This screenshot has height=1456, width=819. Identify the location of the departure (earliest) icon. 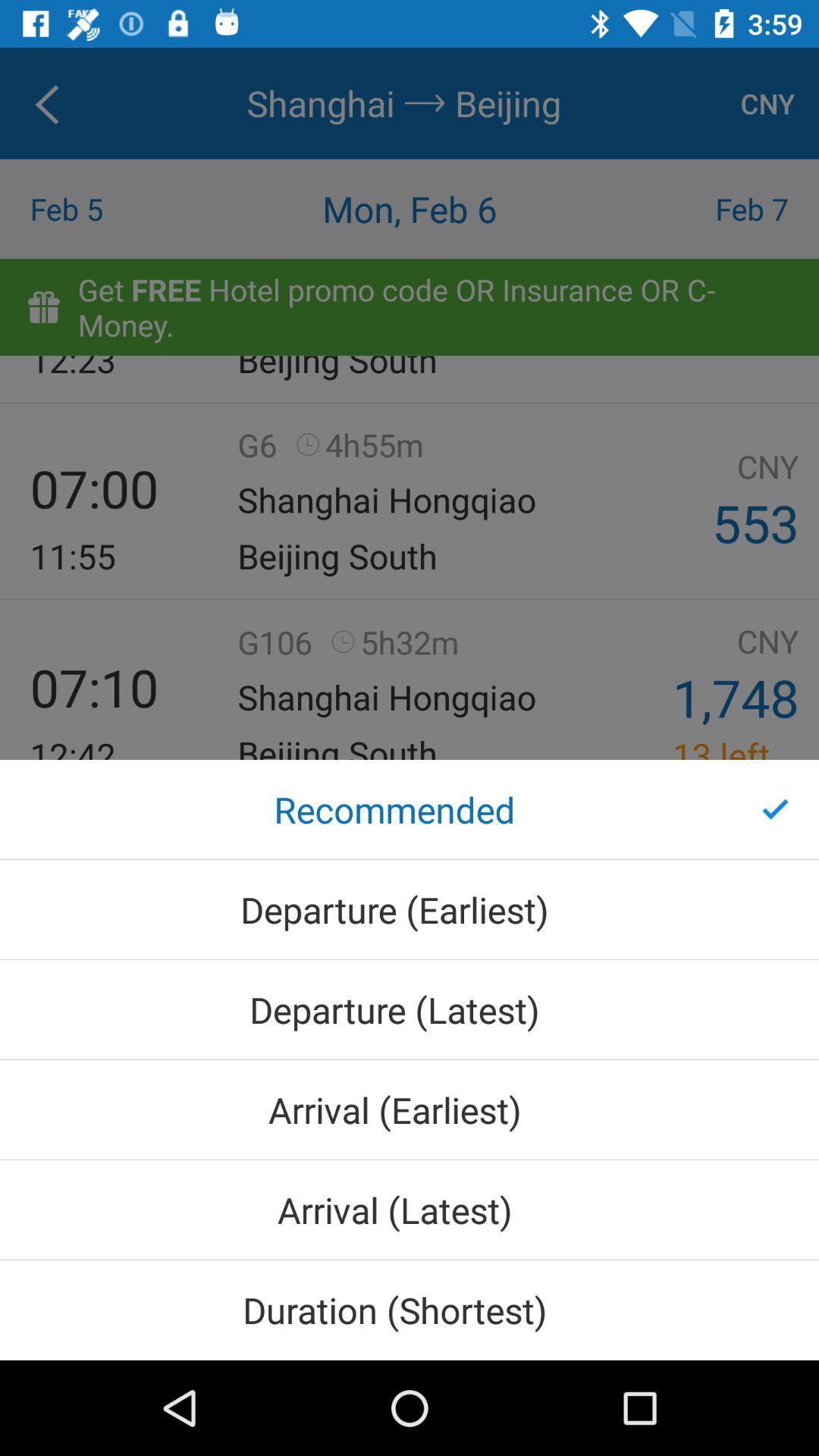
(409, 909).